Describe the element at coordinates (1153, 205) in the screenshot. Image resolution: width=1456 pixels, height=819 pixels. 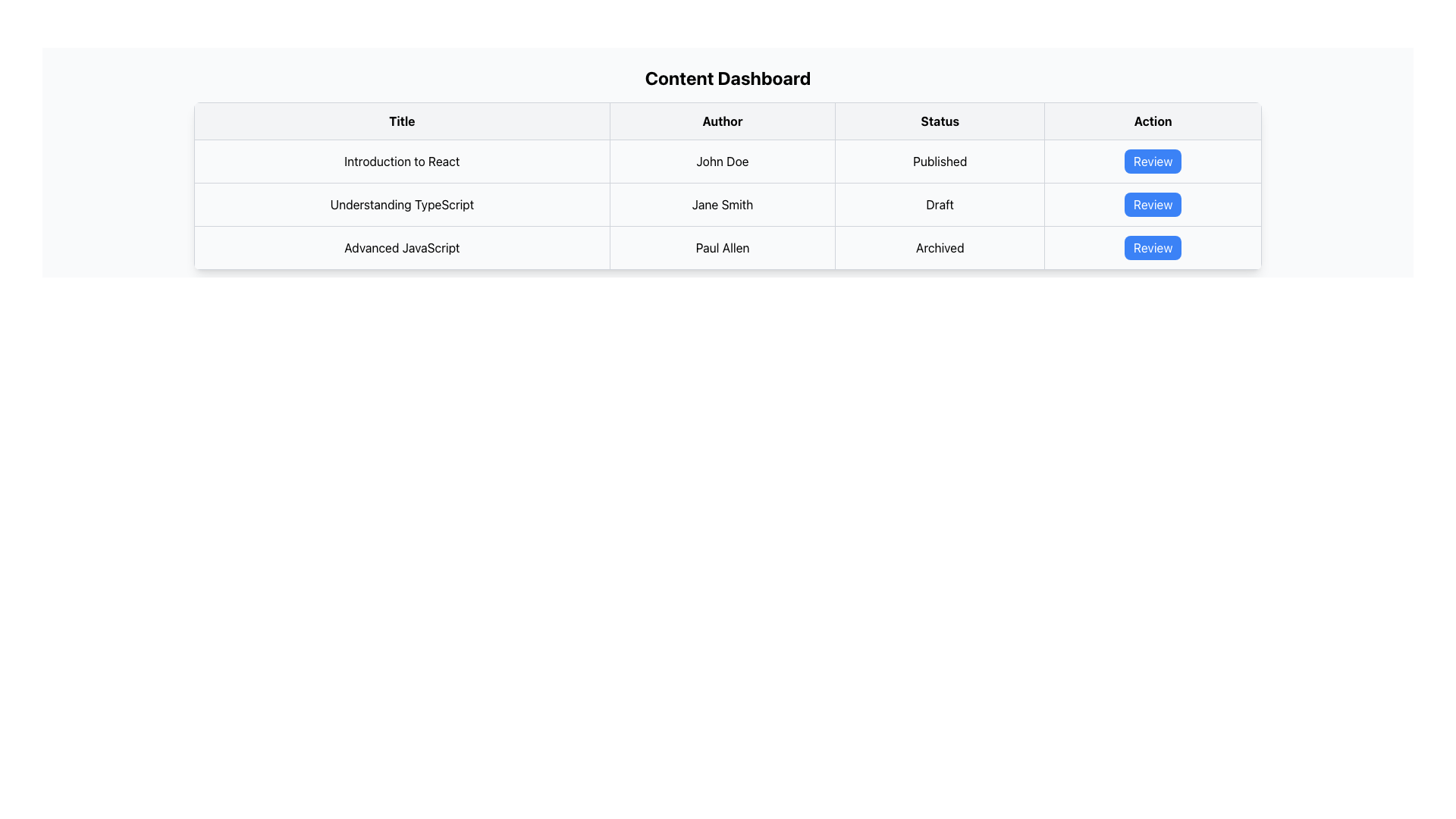
I see `the 'Review' button, which is a rectangular button with rounded corners, blue background, and white text, located in the second position of the 'Action' column for the 'Understanding TypeScript' row` at that location.